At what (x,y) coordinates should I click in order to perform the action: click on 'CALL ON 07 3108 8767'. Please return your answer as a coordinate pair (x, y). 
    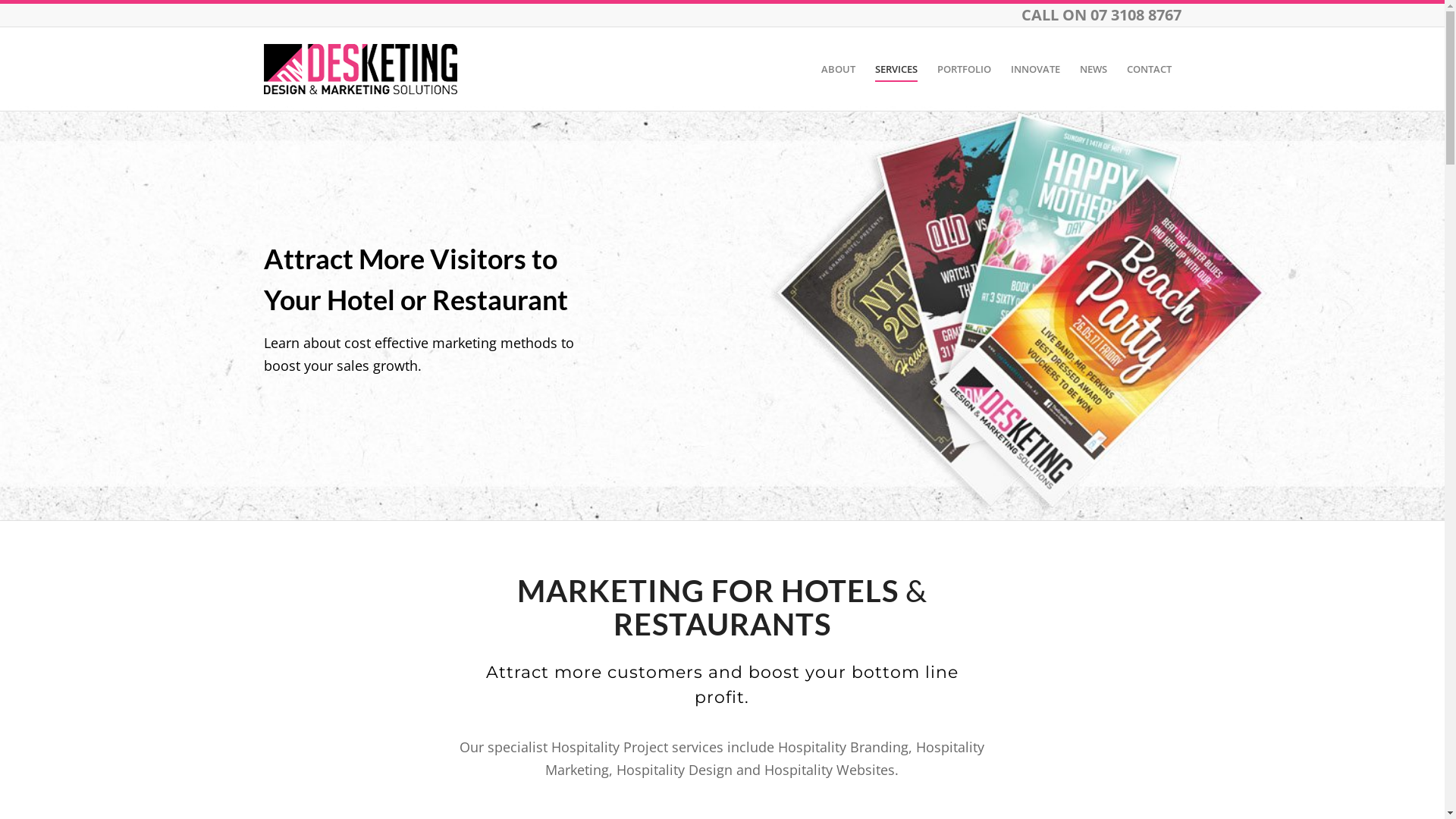
    Looking at the image, I should click on (1020, 14).